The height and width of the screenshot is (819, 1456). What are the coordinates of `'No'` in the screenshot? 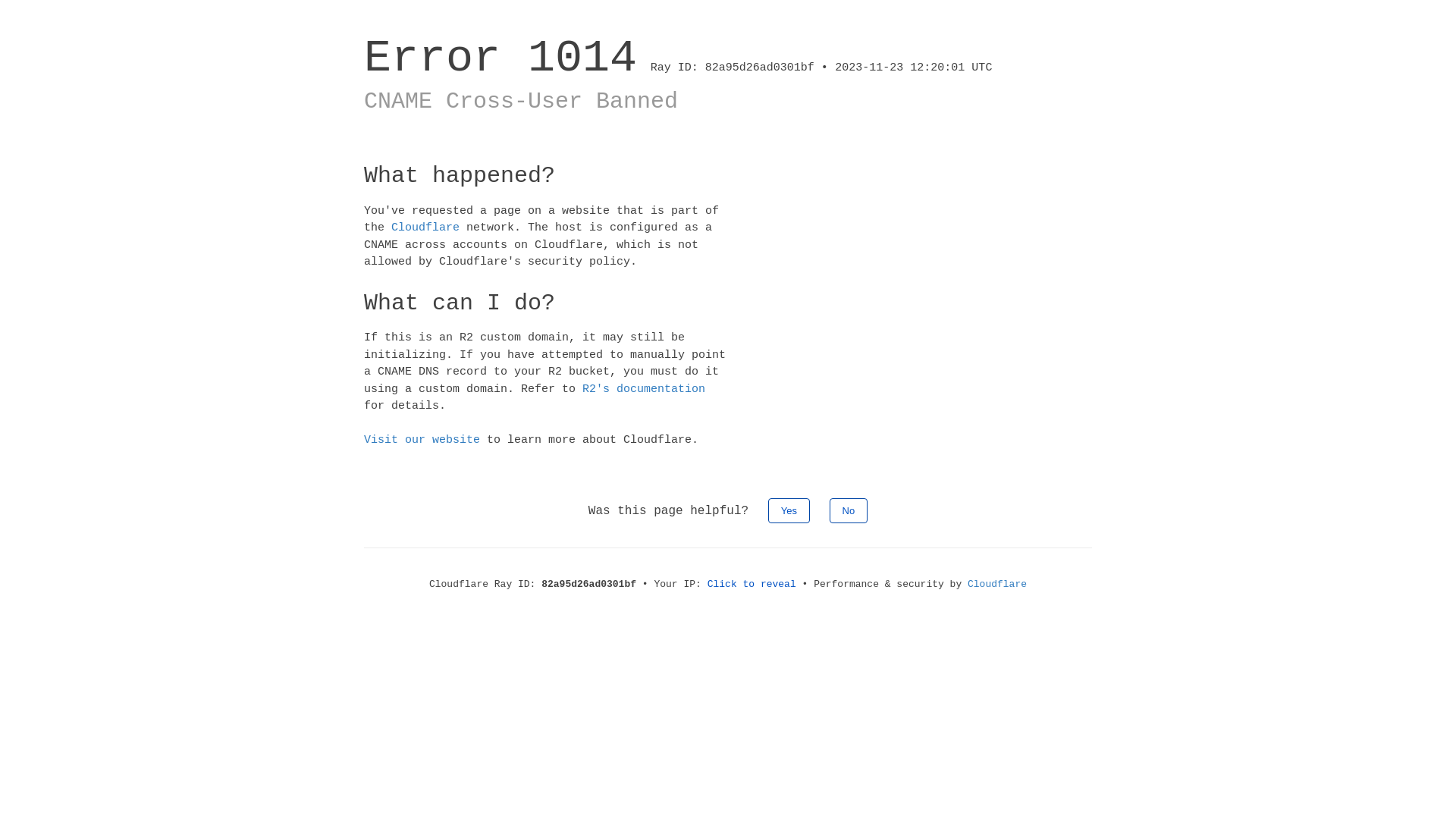 It's located at (848, 510).